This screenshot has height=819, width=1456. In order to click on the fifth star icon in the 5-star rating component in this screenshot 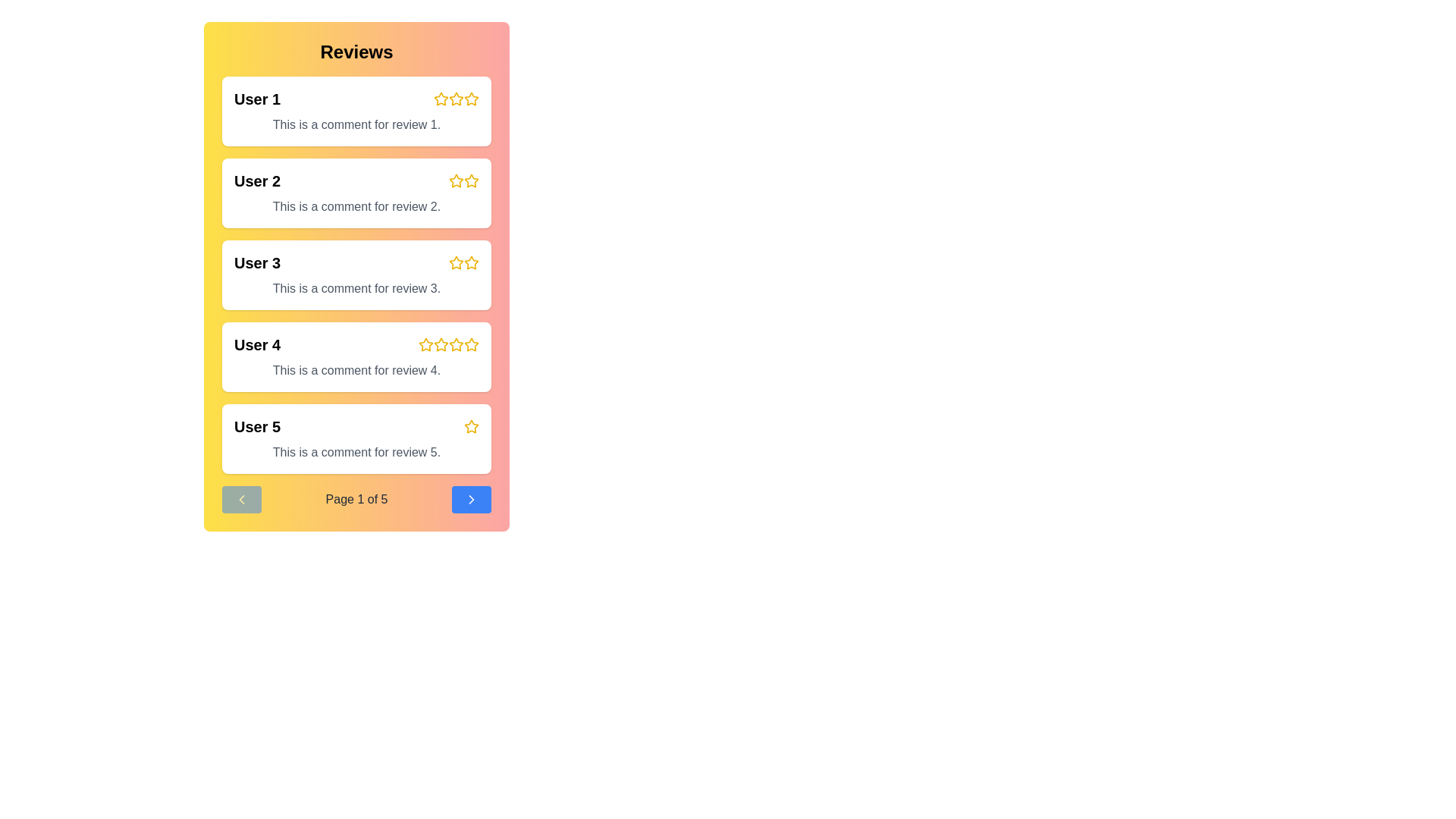, I will do `click(471, 345)`.